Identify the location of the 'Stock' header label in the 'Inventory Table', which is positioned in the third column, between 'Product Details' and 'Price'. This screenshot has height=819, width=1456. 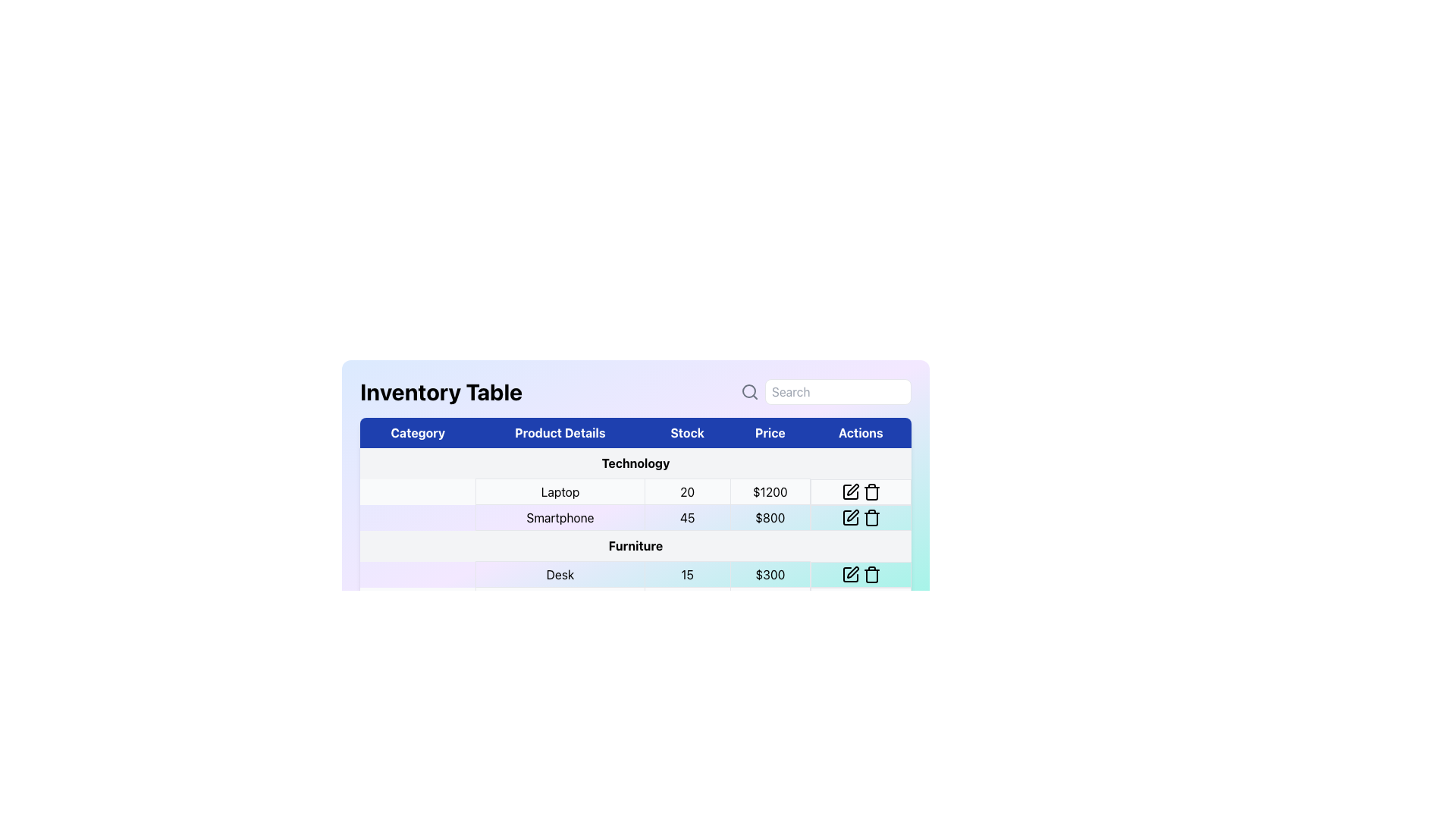
(686, 432).